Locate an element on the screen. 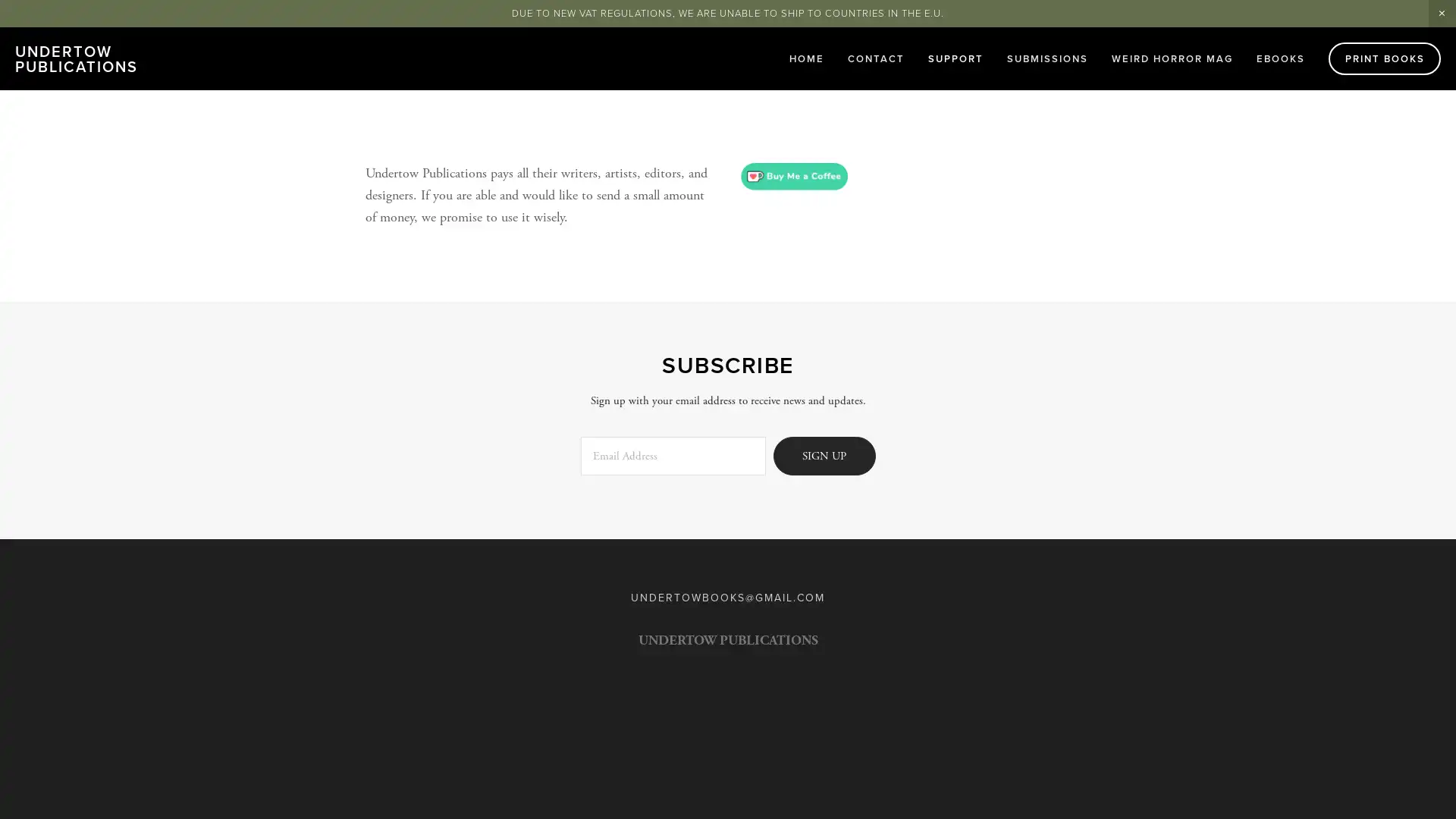 The image size is (1456, 819). SIGN UP is located at coordinates (823, 454).